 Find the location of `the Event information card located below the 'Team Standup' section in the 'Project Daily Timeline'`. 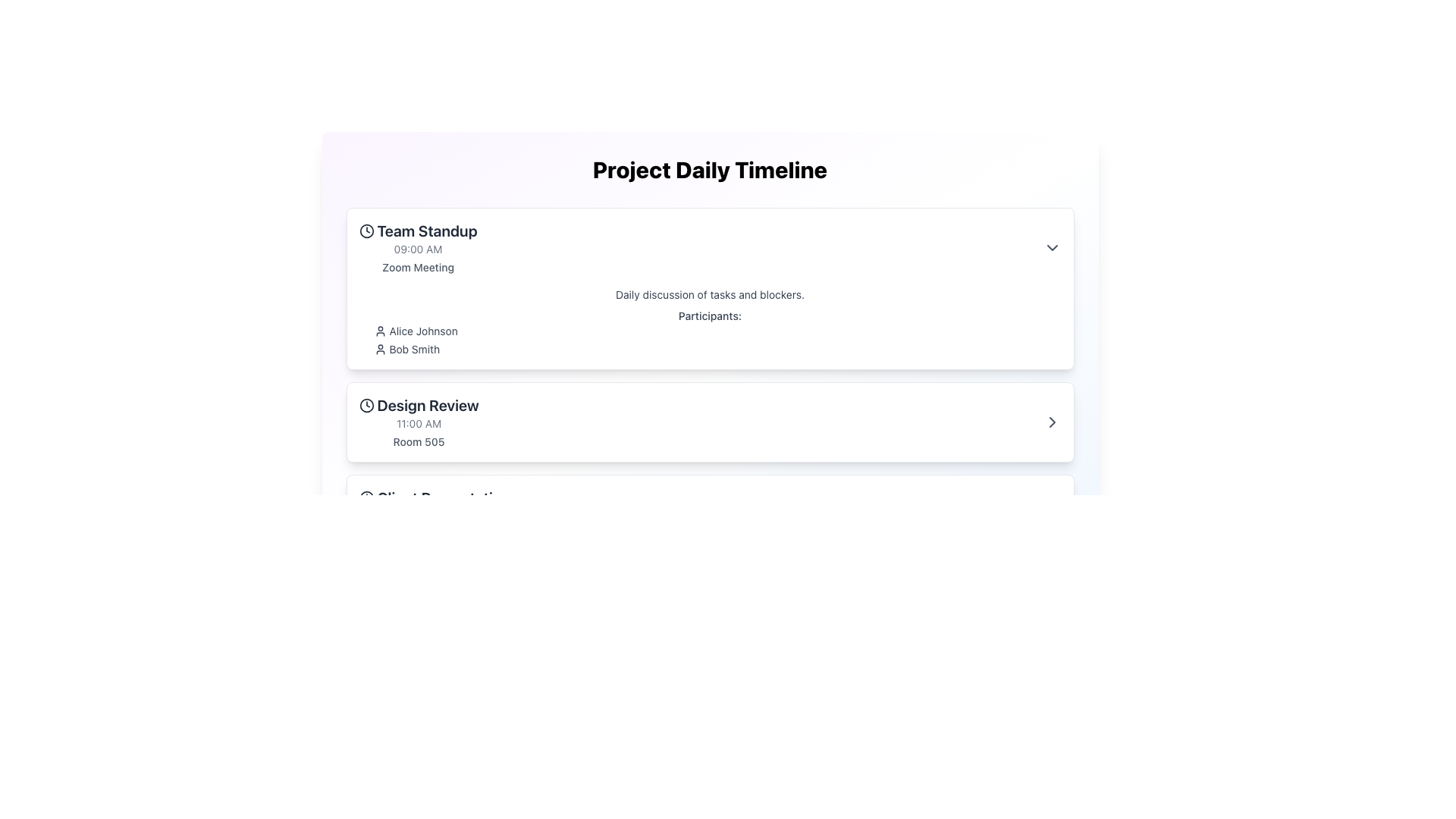

the Event information card located below the 'Team Standup' section in the 'Project Daily Timeline' is located at coordinates (709, 422).